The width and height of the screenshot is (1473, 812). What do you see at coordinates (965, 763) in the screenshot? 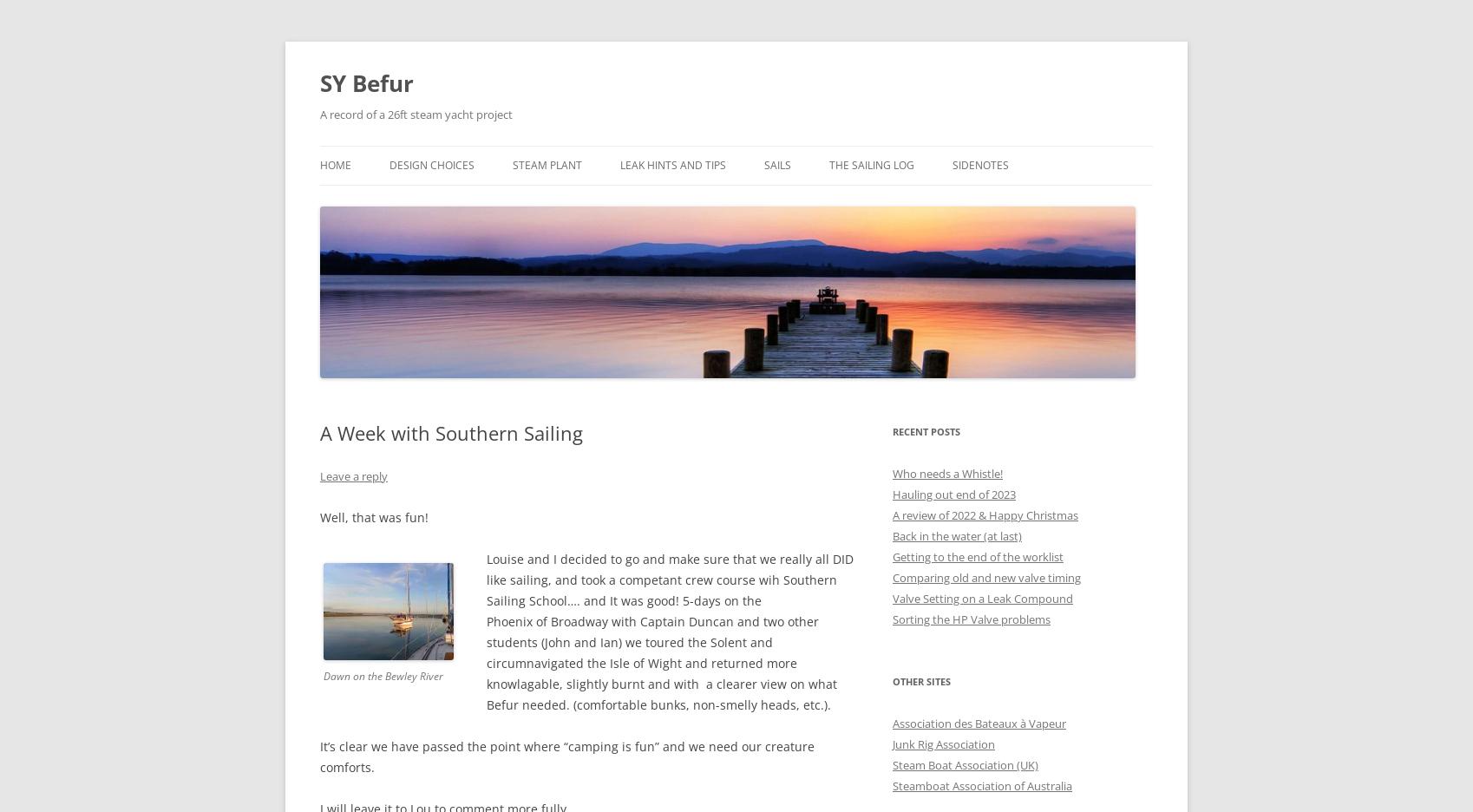
I see `'Steam Boat Association (UK)'` at bounding box center [965, 763].